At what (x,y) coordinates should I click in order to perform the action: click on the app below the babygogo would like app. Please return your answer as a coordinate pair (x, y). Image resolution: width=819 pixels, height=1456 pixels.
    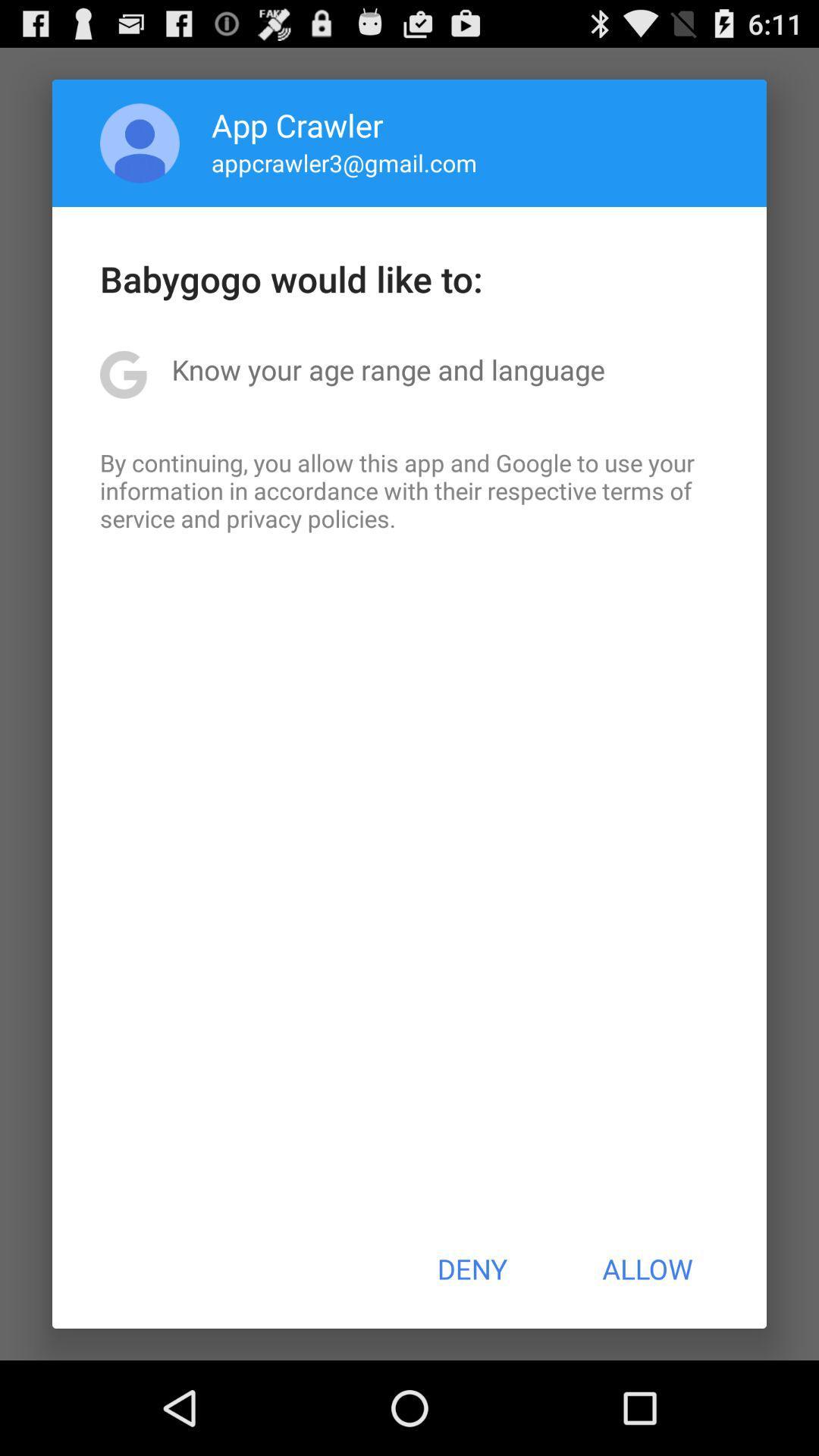
    Looking at the image, I should click on (388, 369).